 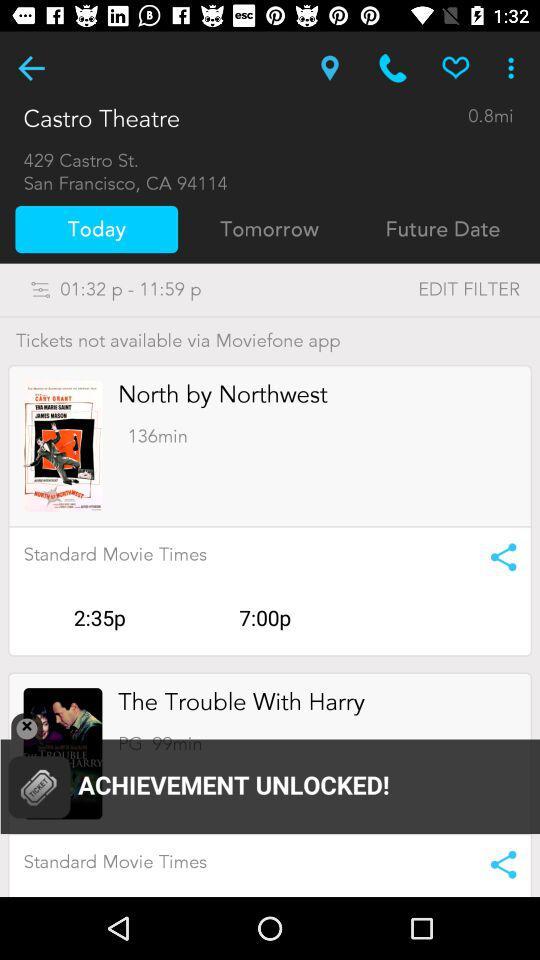 I want to click on go back, so click(x=30, y=68).